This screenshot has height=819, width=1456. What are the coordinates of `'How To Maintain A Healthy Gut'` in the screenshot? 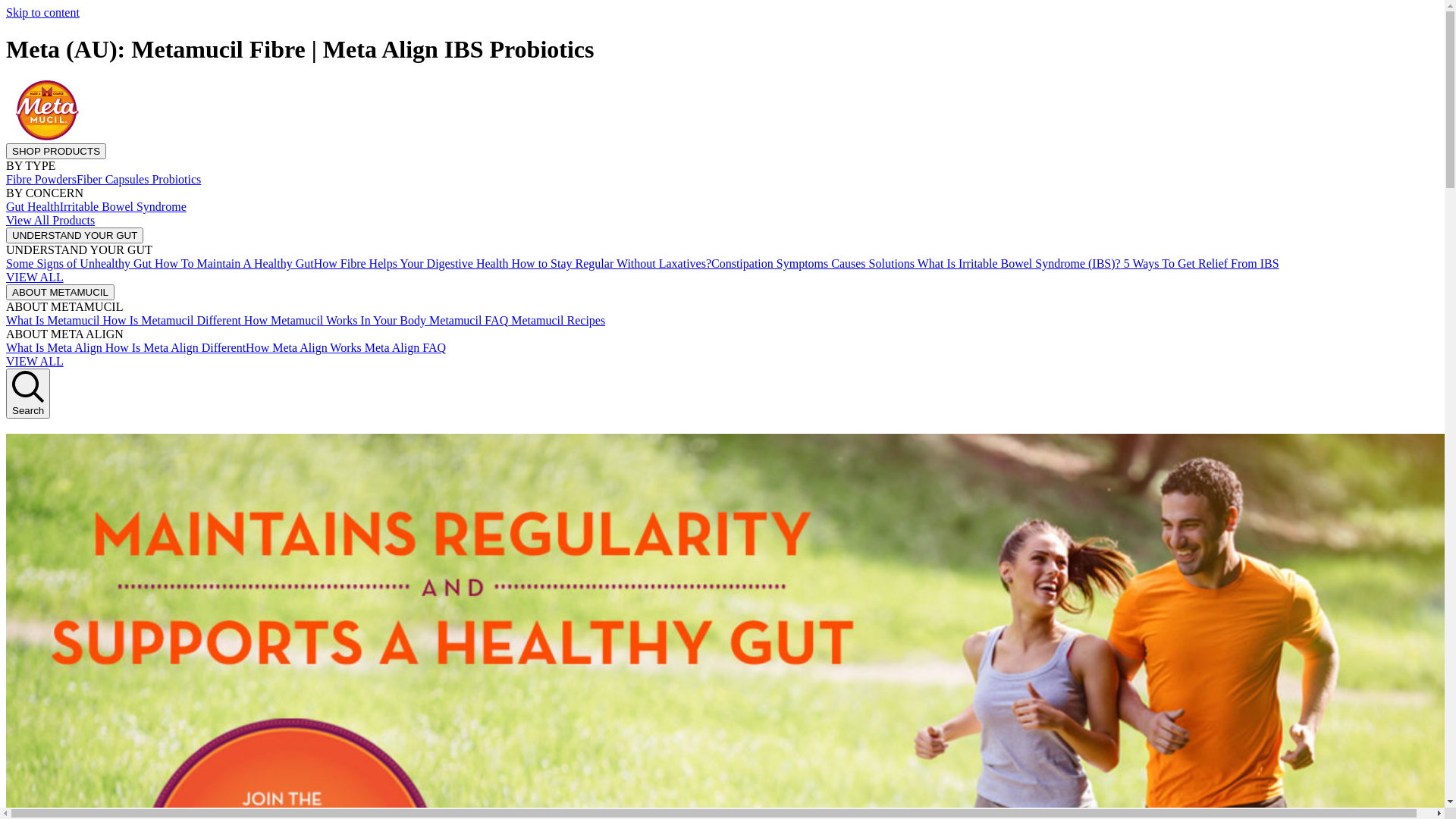 It's located at (232, 262).